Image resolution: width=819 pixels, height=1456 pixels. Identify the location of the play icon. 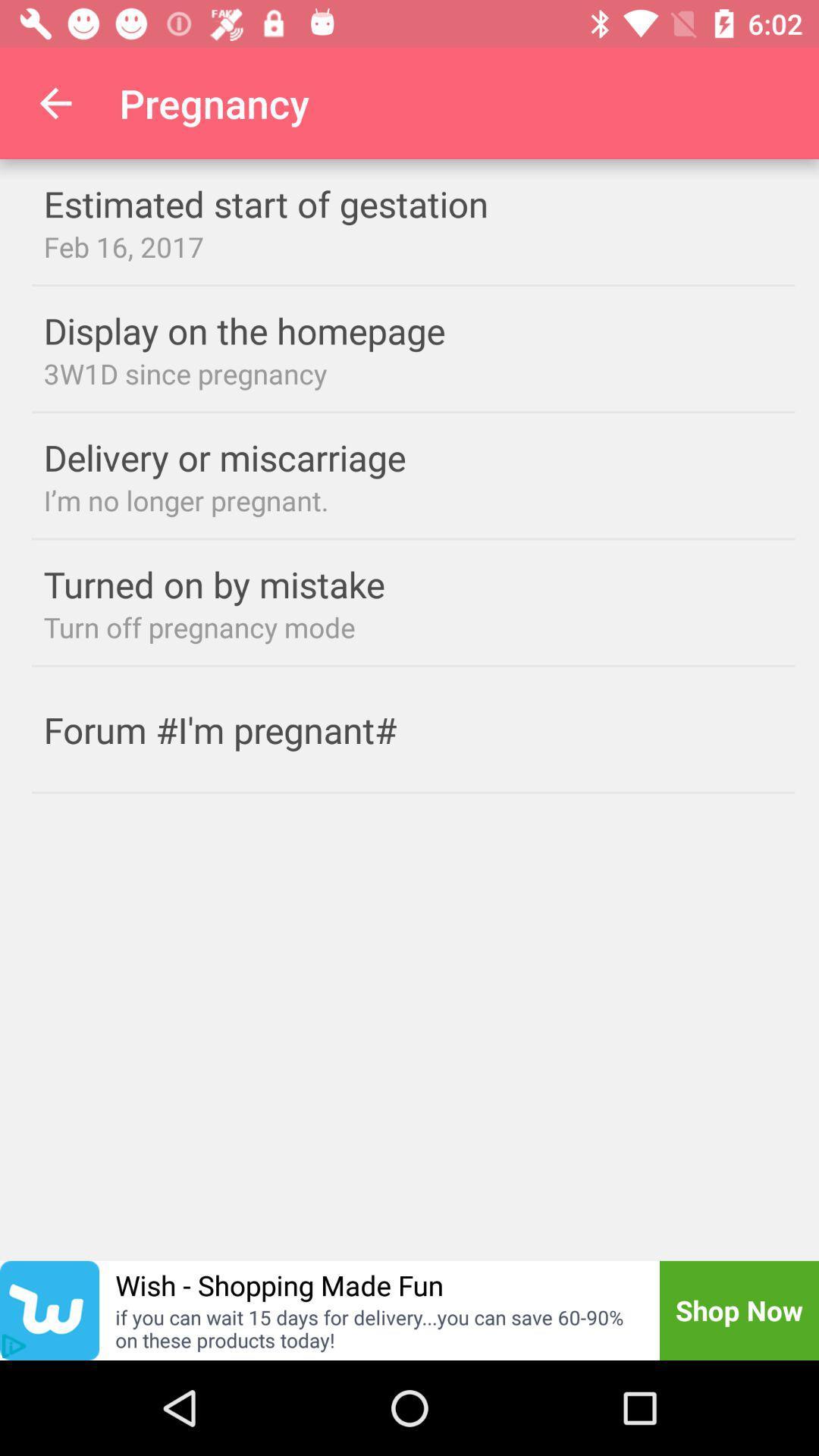
(14, 1346).